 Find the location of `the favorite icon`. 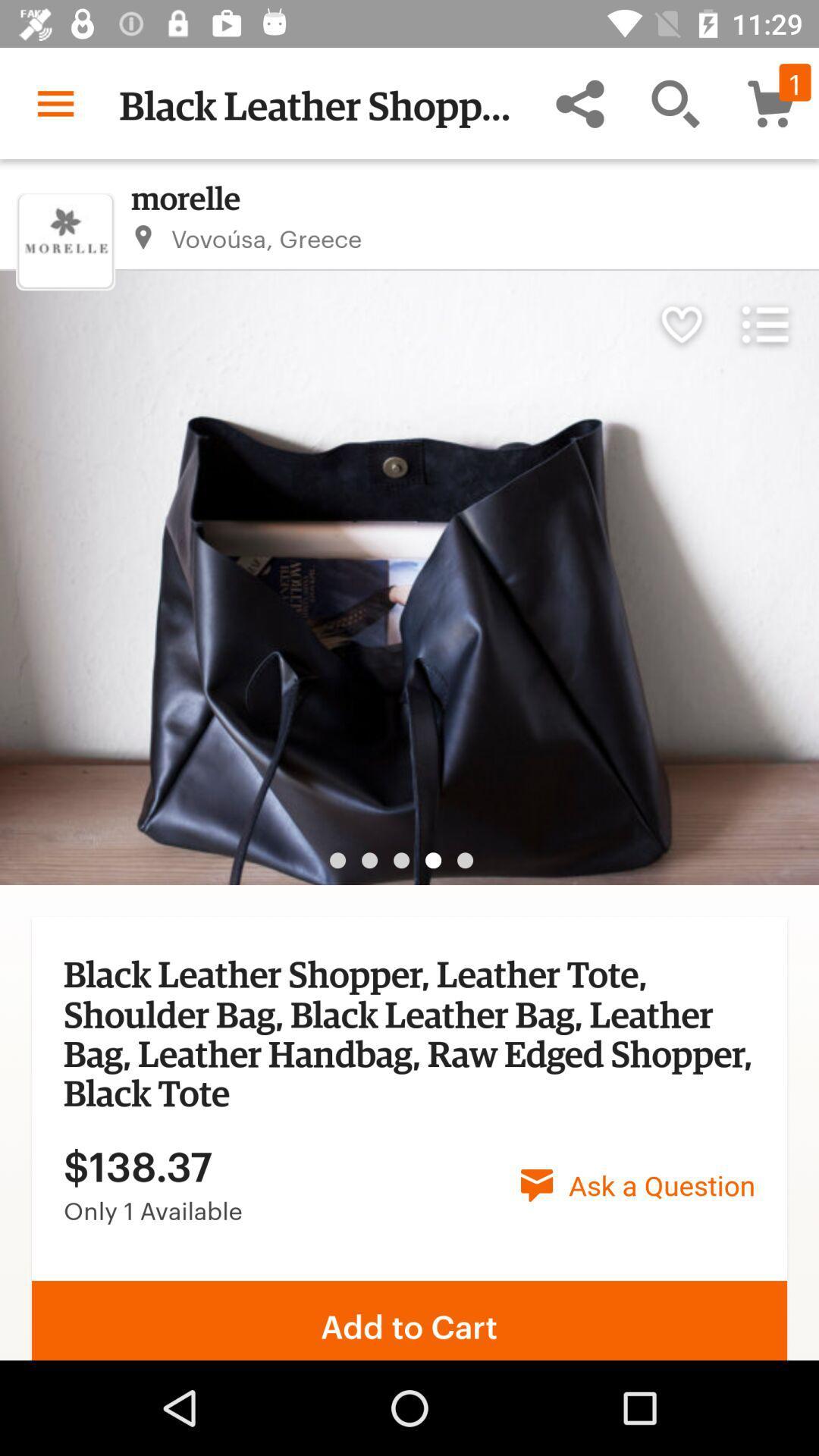

the favorite icon is located at coordinates (680, 323).